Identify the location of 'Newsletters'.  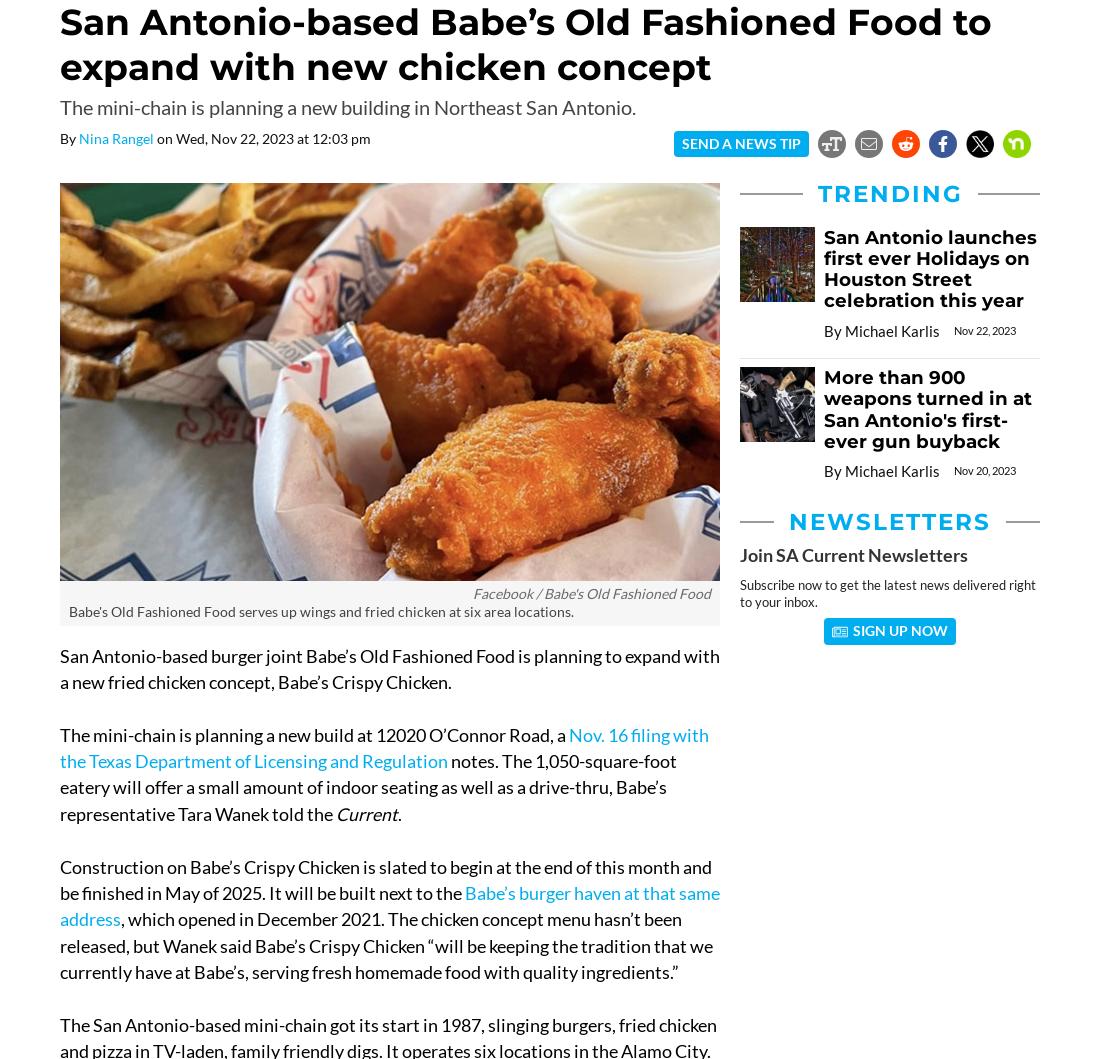
(889, 521).